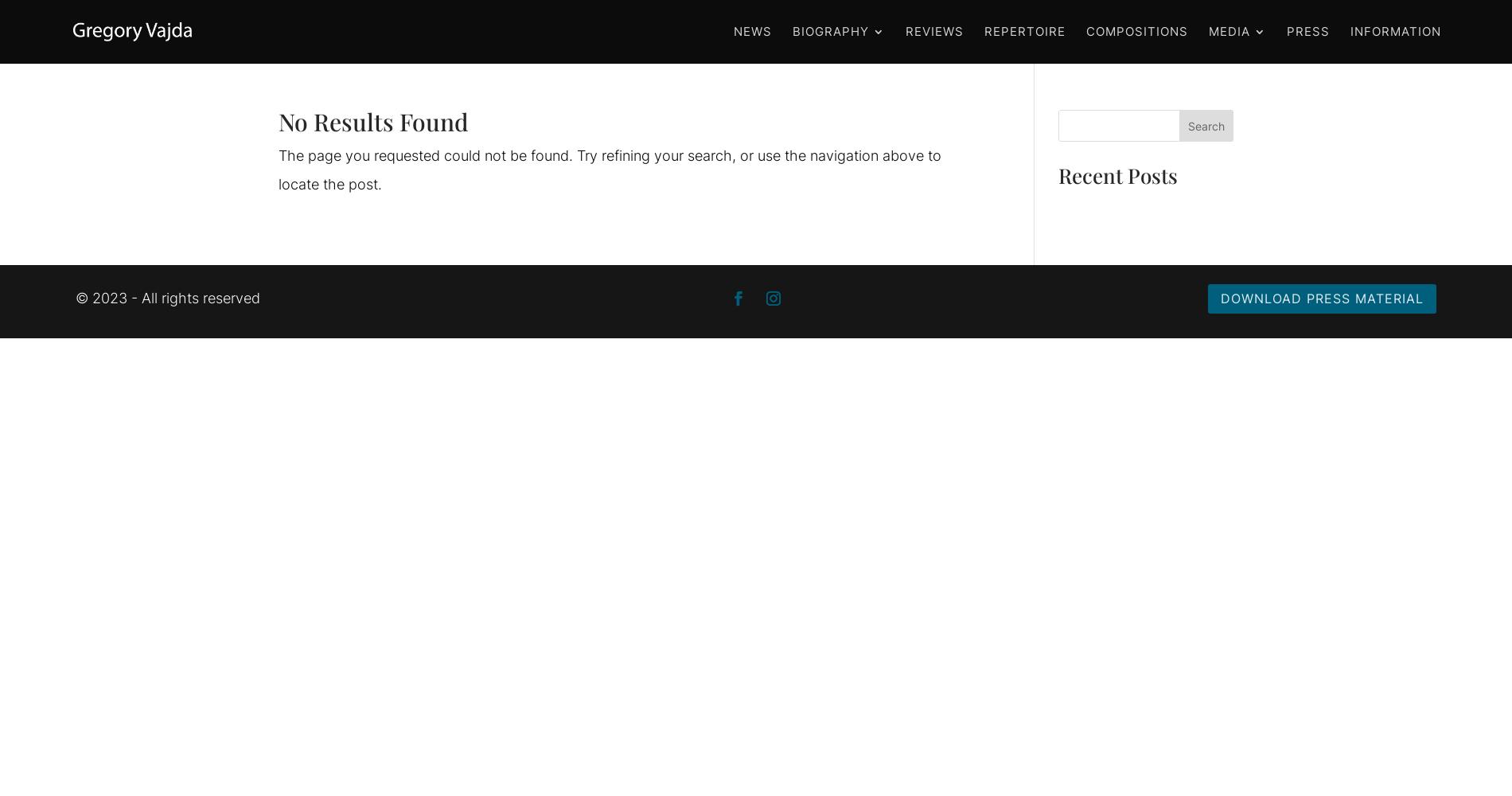 The width and height of the screenshot is (1512, 796). What do you see at coordinates (1024, 31) in the screenshot?
I see `'Repertoire'` at bounding box center [1024, 31].